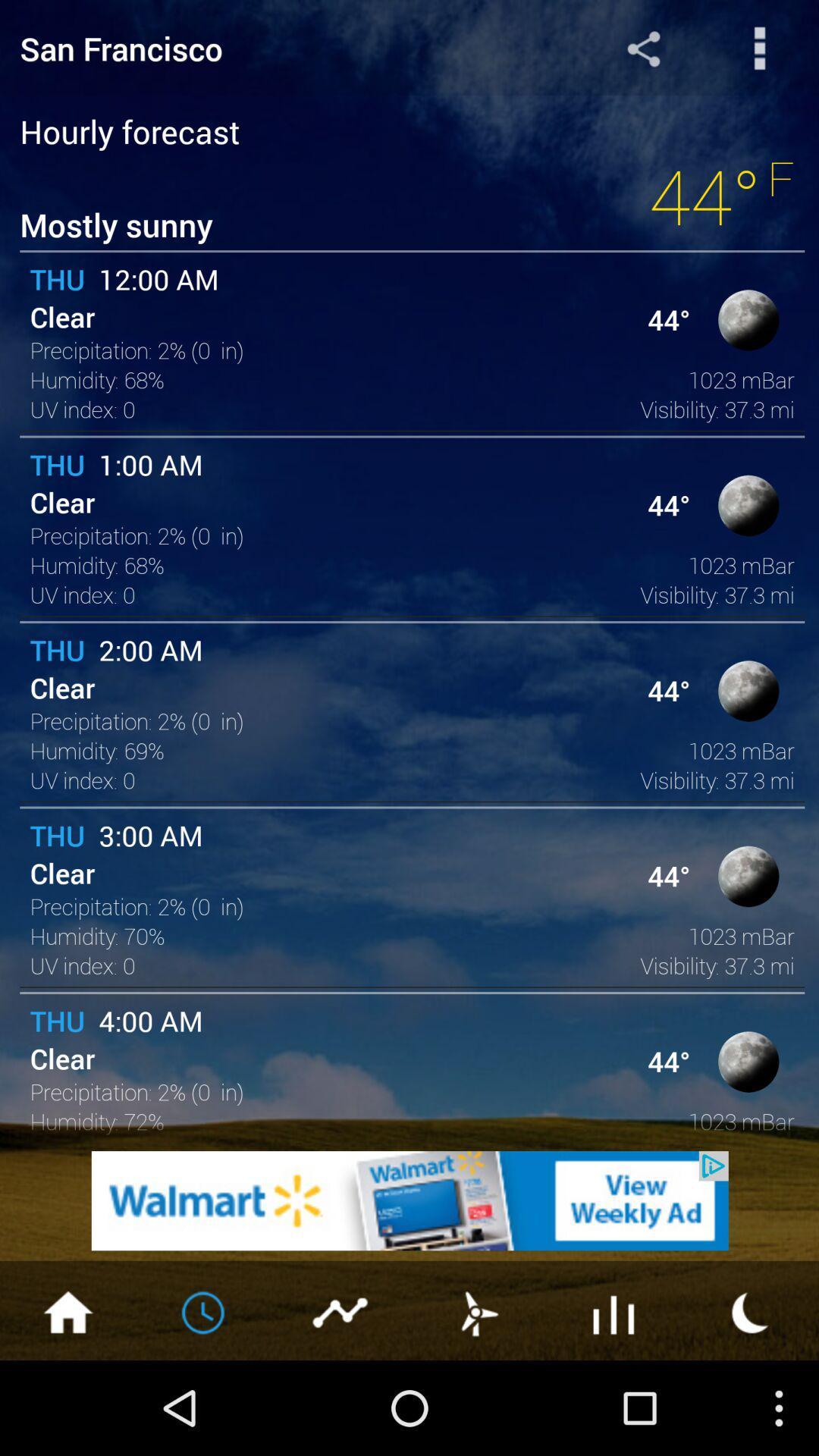 This screenshot has height=1456, width=819. What do you see at coordinates (476, 1402) in the screenshot?
I see `the weather icon` at bounding box center [476, 1402].